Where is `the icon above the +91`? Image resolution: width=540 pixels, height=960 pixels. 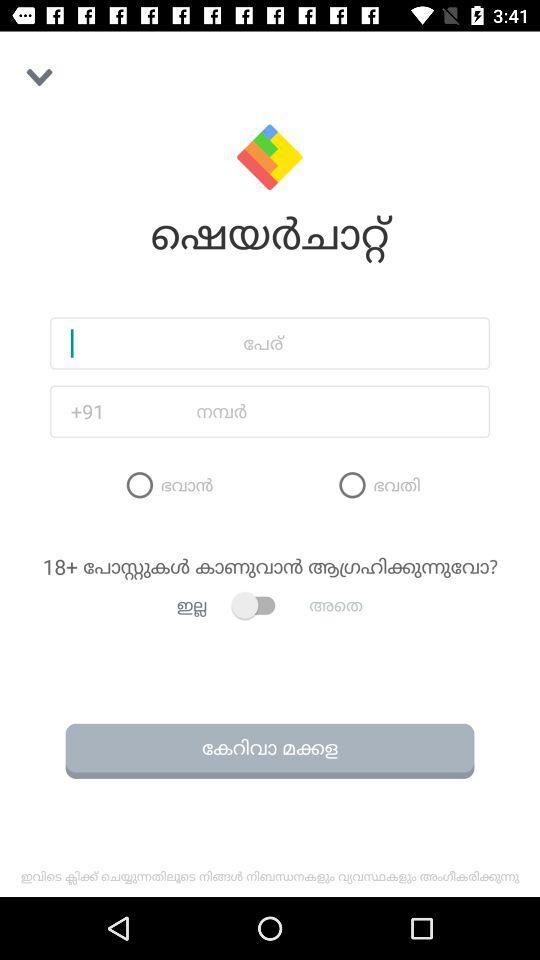 the icon above the +91 is located at coordinates (270, 343).